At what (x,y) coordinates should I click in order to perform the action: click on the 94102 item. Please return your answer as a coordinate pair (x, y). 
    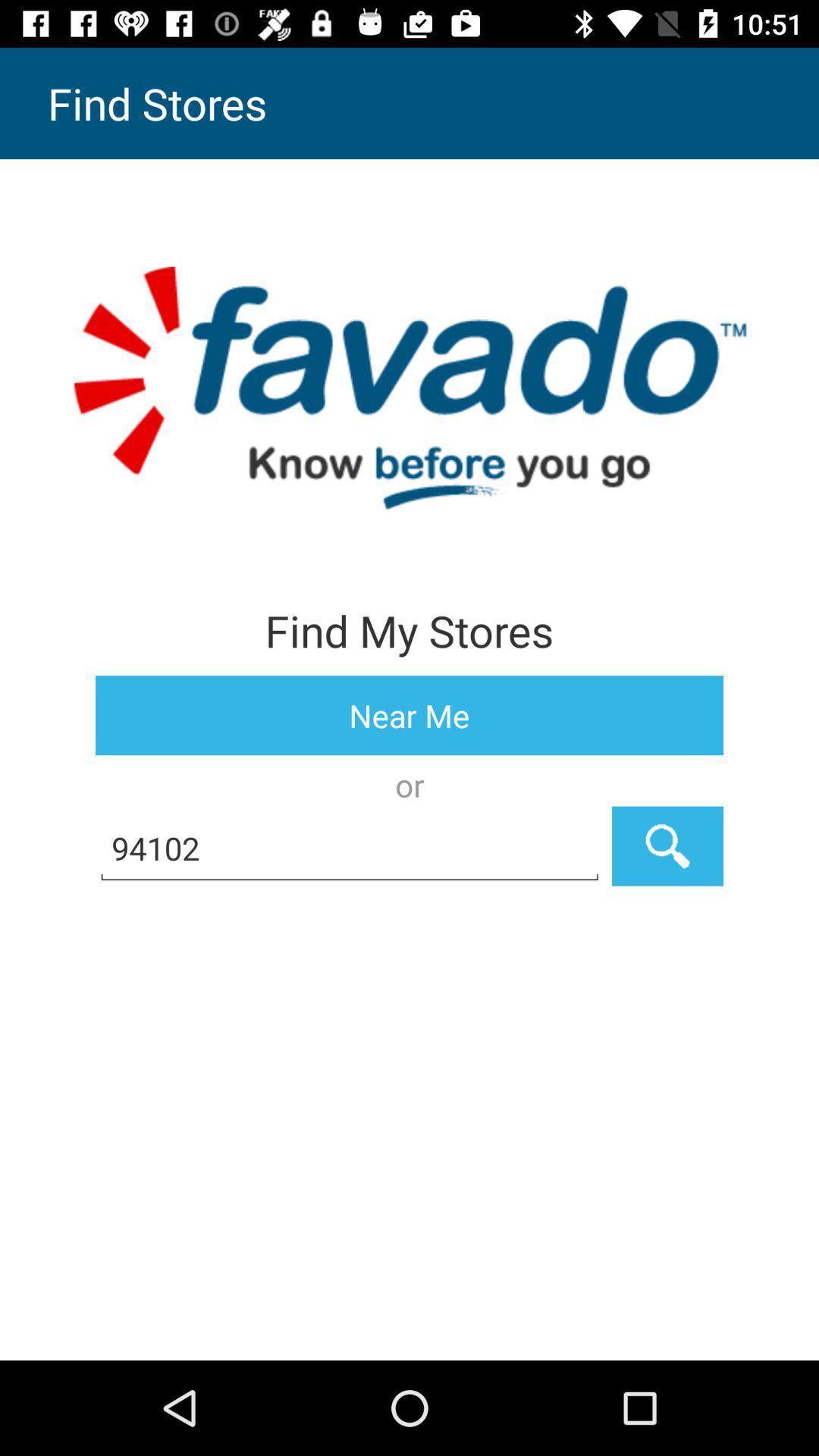
    Looking at the image, I should click on (350, 846).